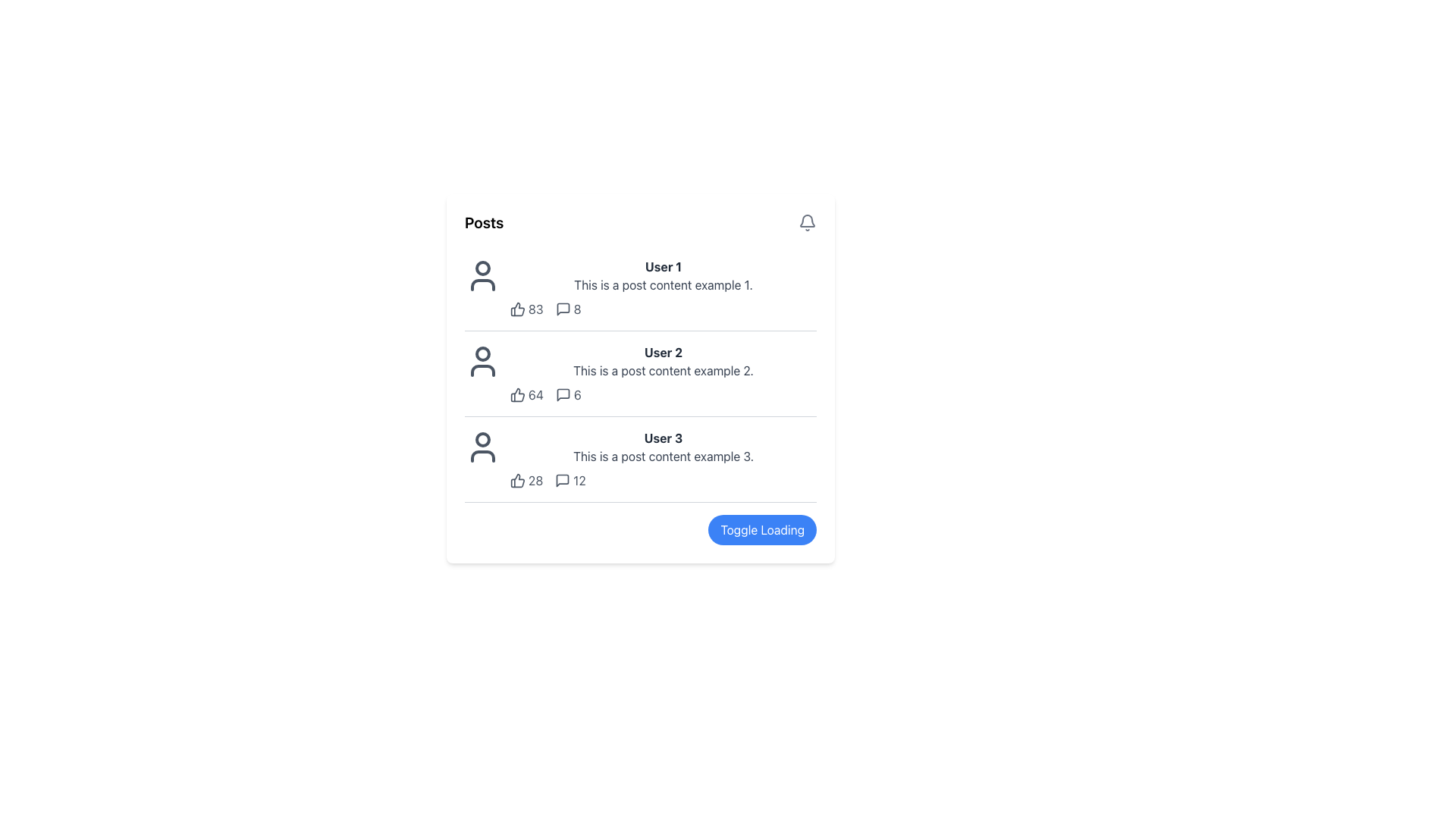 The width and height of the screenshot is (1456, 819). Describe the element at coordinates (640, 288) in the screenshot. I see `the Post Display Block featuring the title 'User 1' and subtitle 'This is a post content example 1.', located below the 'Posts' header` at that location.